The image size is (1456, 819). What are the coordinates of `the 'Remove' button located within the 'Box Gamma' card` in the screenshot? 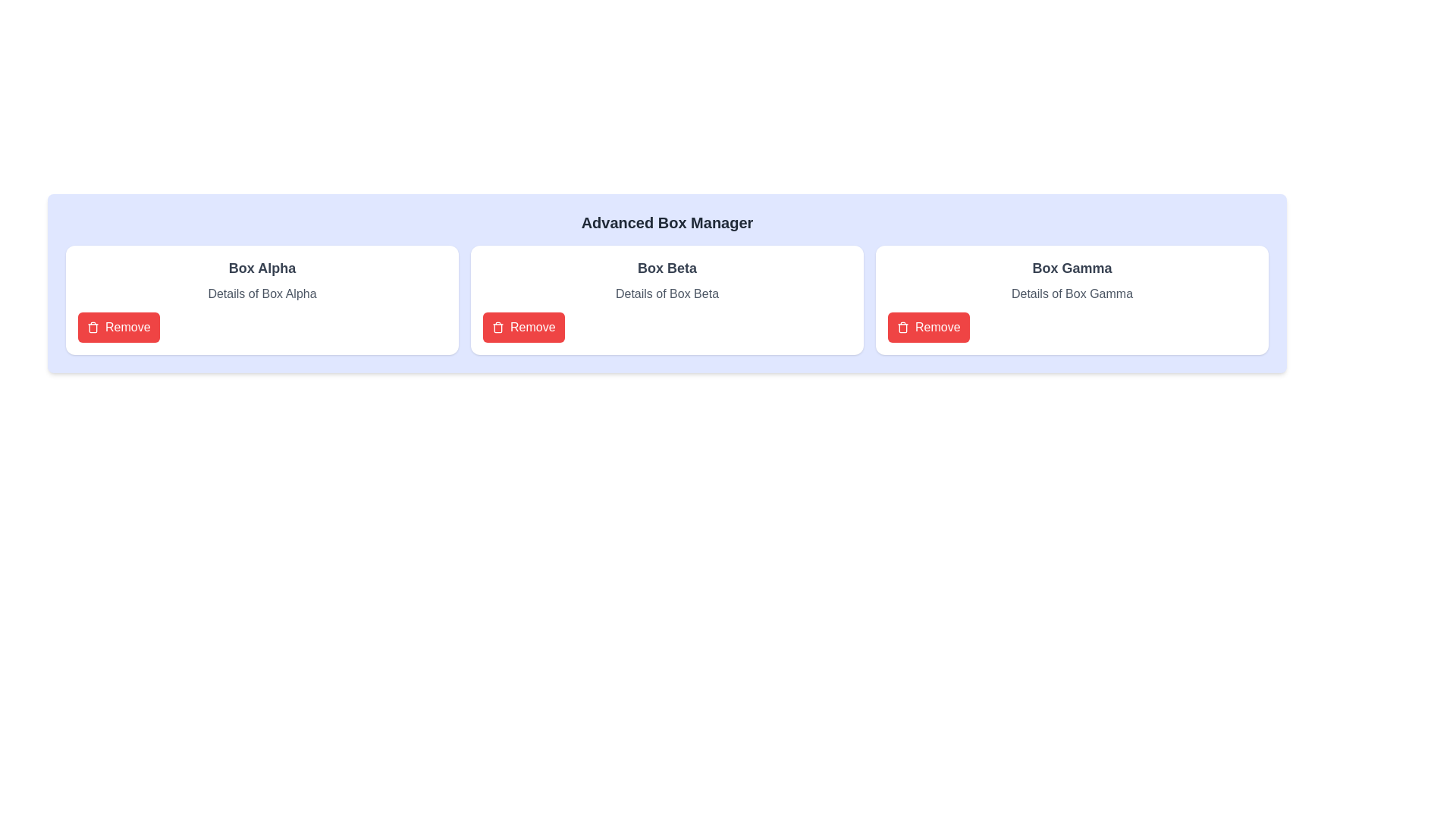 It's located at (927, 327).